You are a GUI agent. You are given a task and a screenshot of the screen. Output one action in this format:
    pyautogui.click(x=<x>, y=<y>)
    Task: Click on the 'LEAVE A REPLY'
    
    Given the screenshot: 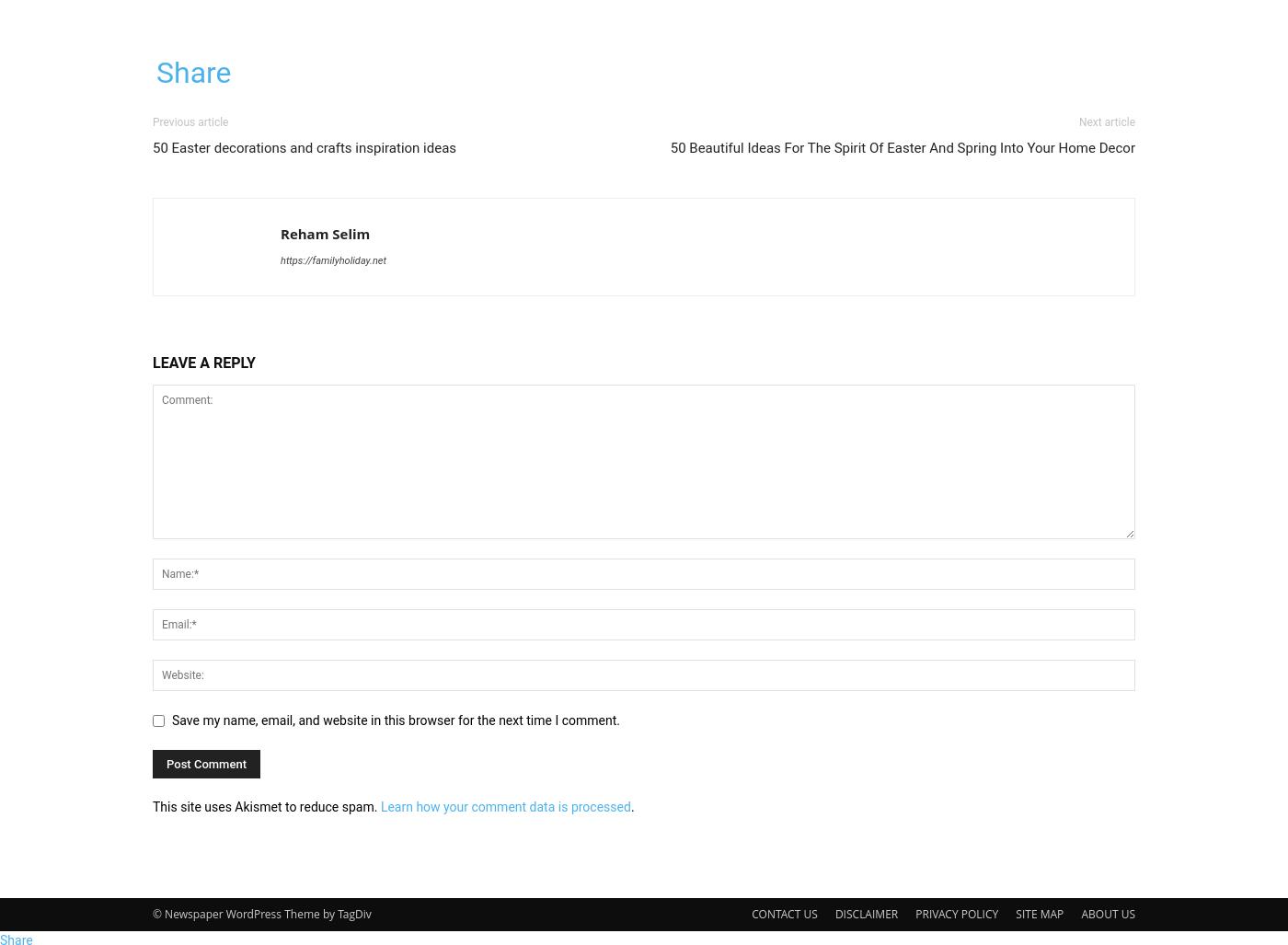 What is the action you would take?
    pyautogui.click(x=153, y=363)
    